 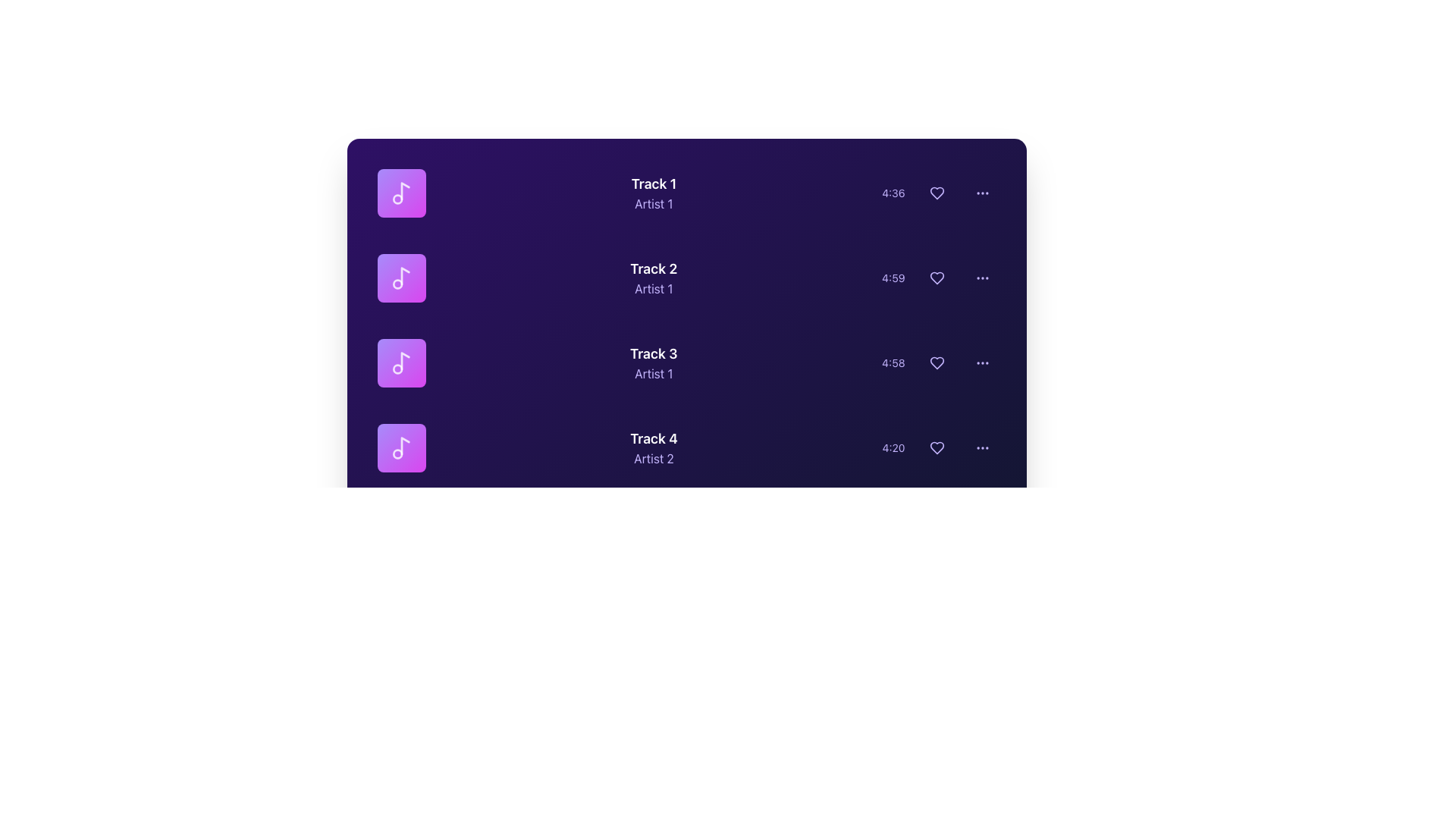 What do you see at coordinates (401, 447) in the screenshot?
I see `the button representing 'Track 4'` at bounding box center [401, 447].